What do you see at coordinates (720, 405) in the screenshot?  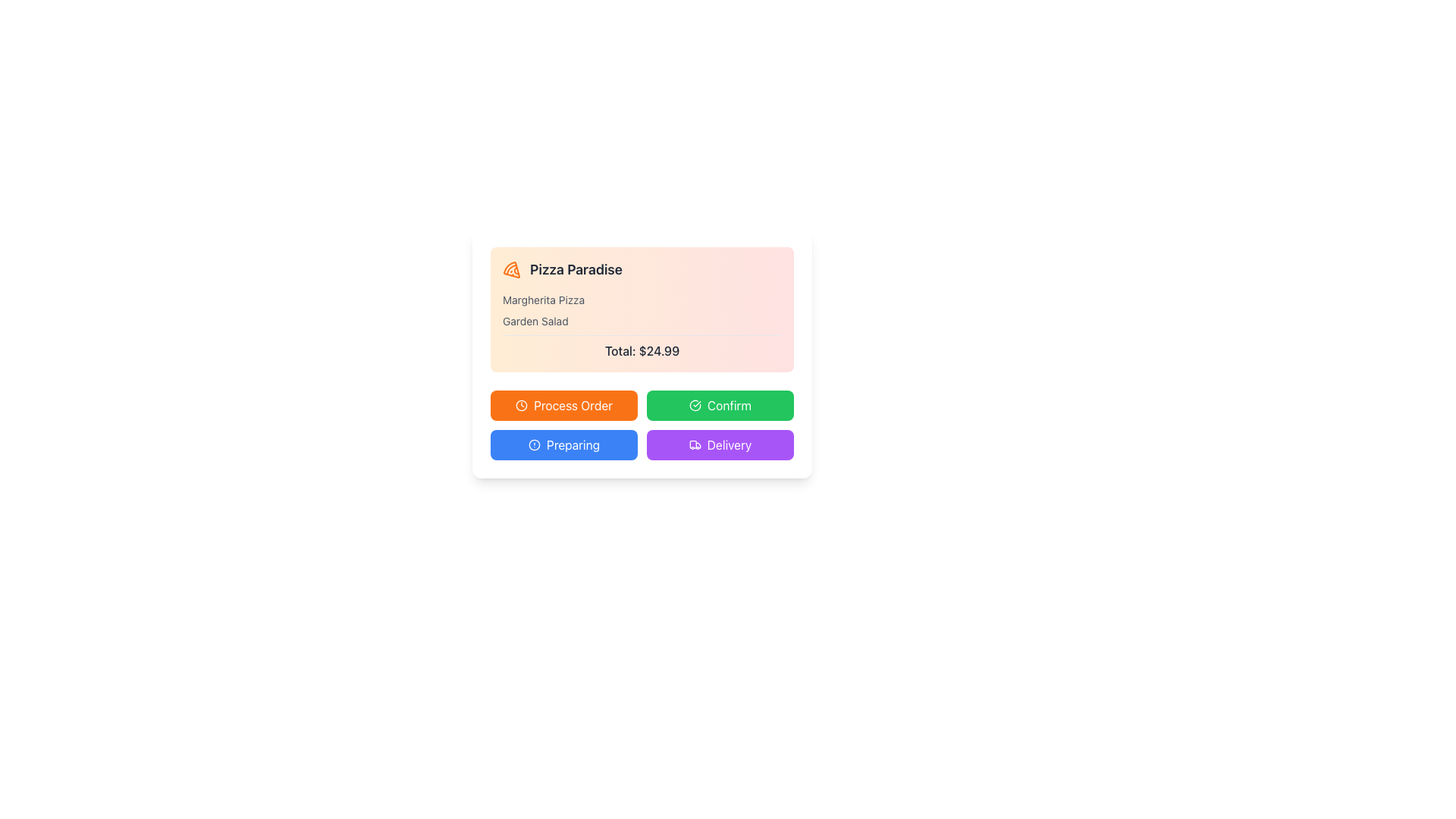 I see `the 'Confirm' button, which is a rectangular button with a green background and a white checkmark icon followed by the text 'Confirm'` at bounding box center [720, 405].